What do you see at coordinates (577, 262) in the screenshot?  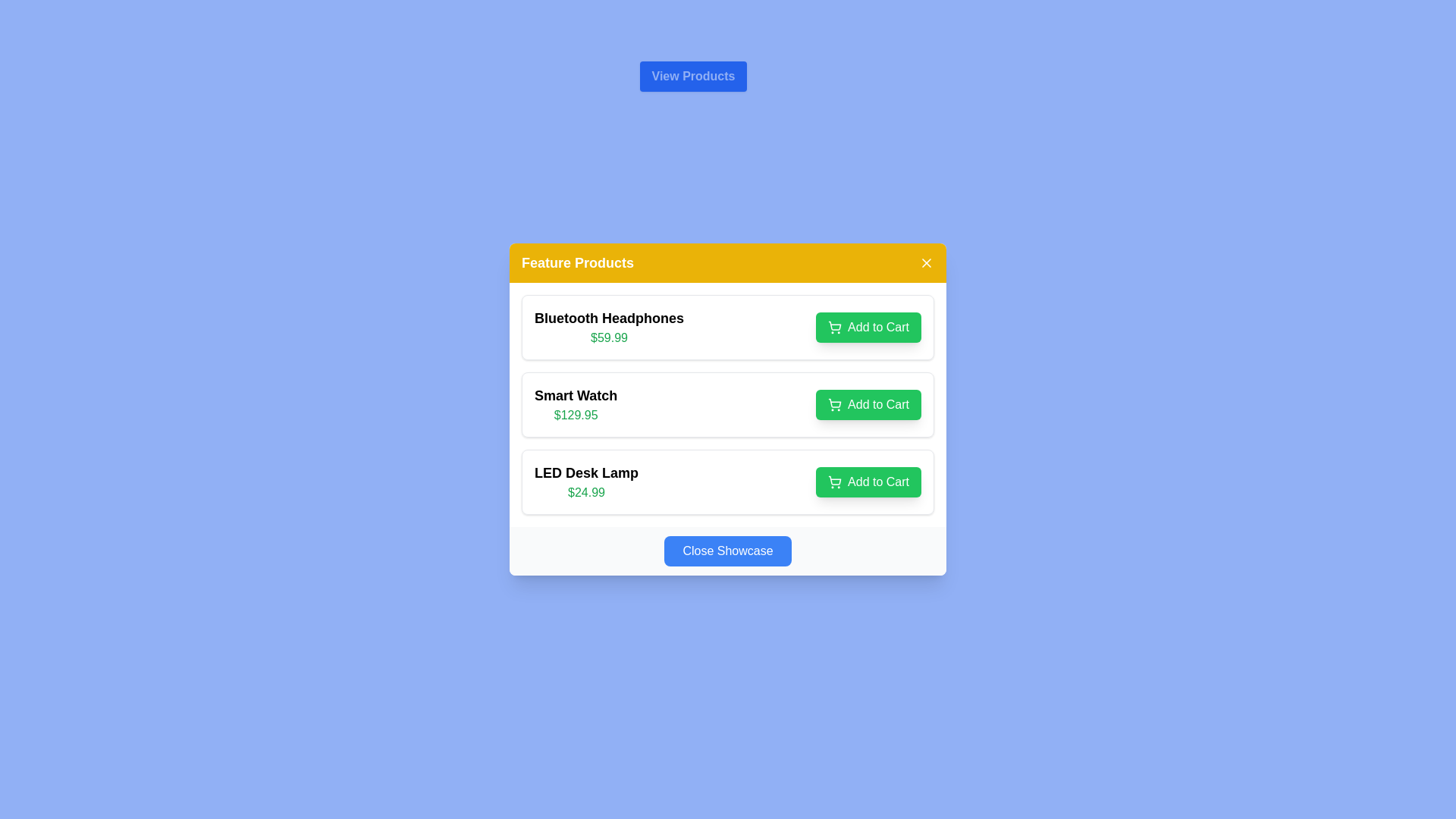 I see `the bold, white 'Feature Products' label on the orange background at the top of the product showcase card` at bounding box center [577, 262].